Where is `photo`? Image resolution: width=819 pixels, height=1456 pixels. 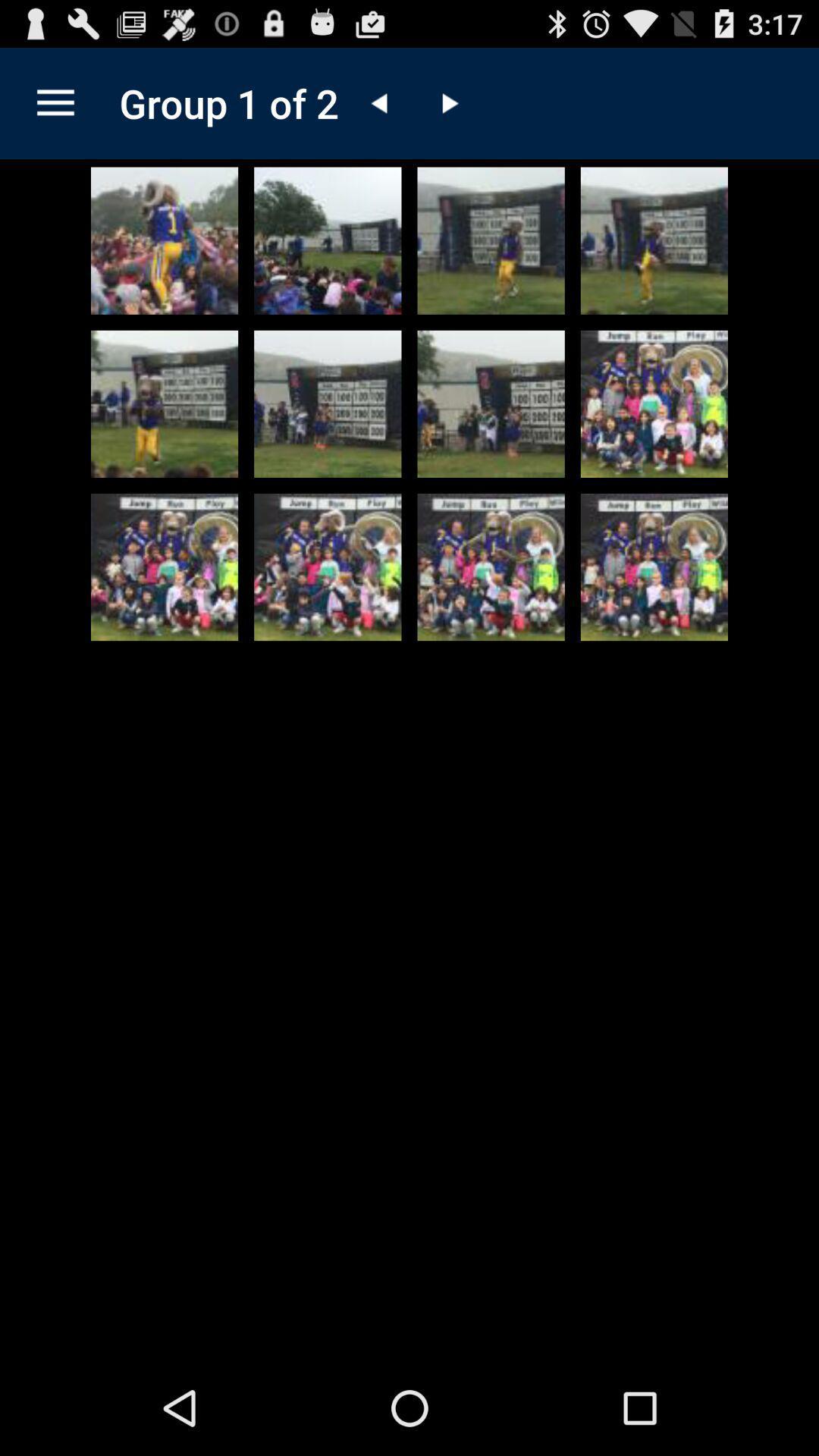
photo is located at coordinates (165, 403).